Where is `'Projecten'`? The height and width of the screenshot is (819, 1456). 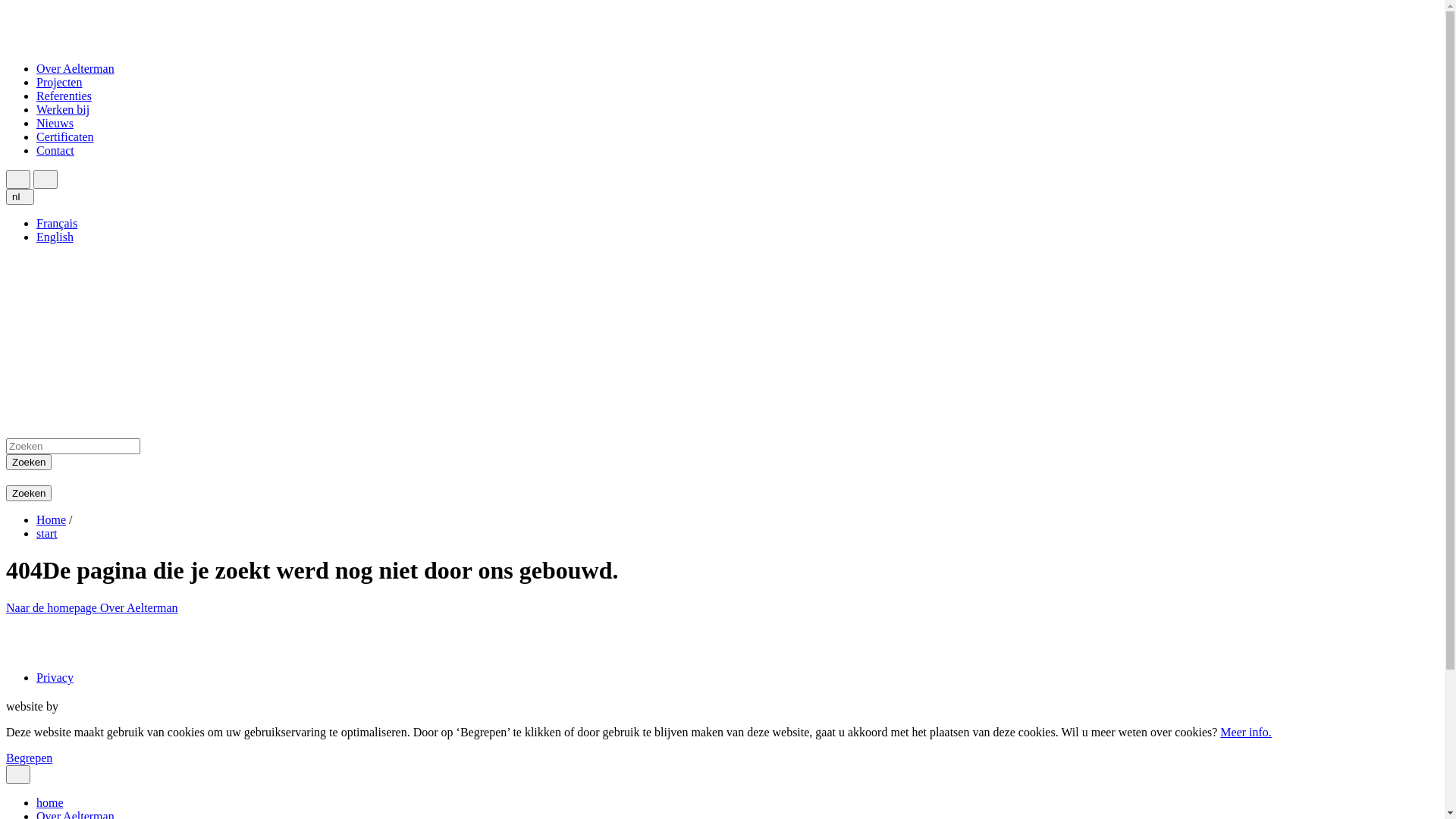 'Projecten' is located at coordinates (58, 82).